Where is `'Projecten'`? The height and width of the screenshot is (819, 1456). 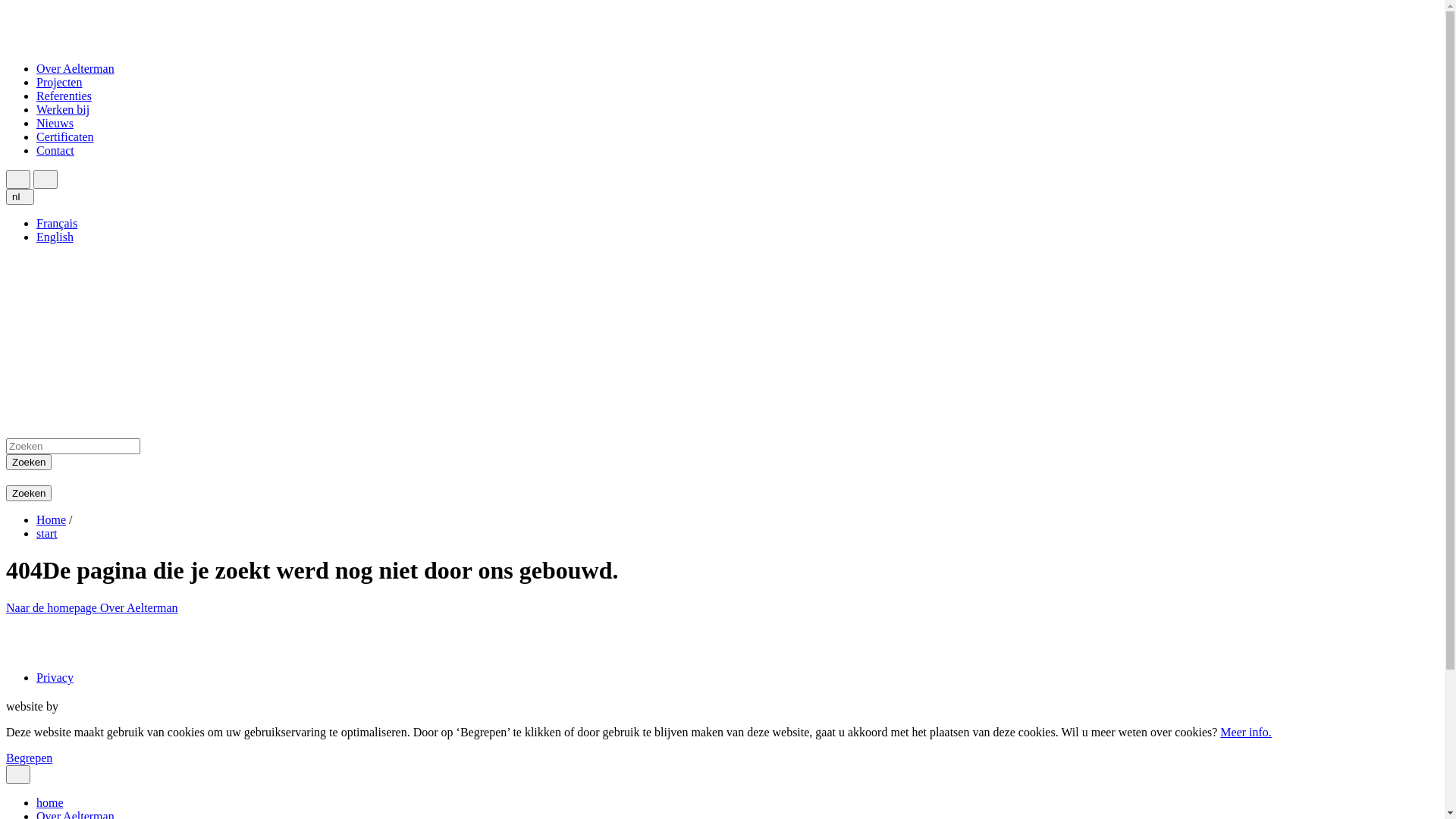 'Projecten' is located at coordinates (58, 82).